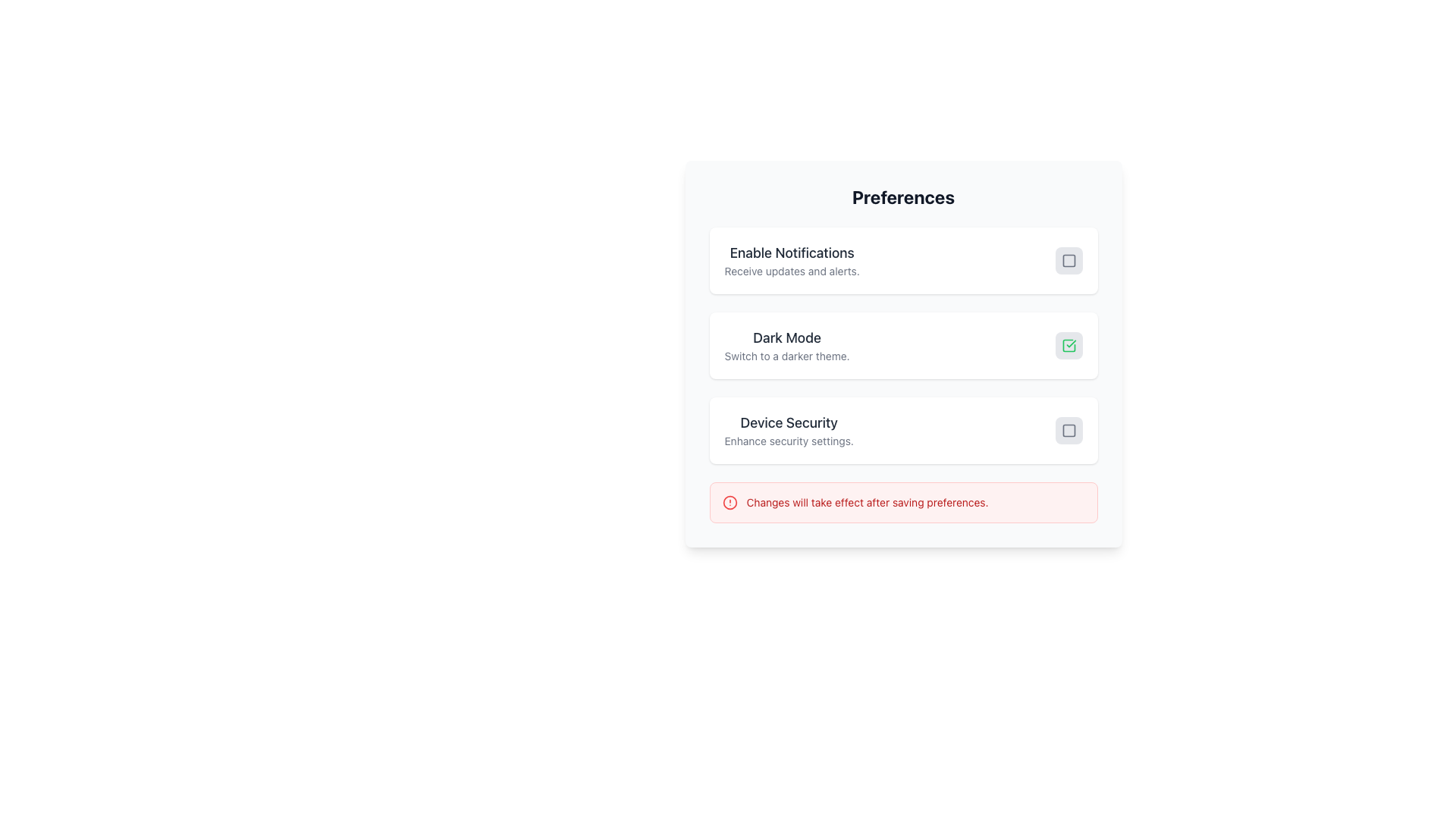 The width and height of the screenshot is (1456, 819). What do you see at coordinates (789, 430) in the screenshot?
I see `descriptive text 'Device Security' and 'Enhance security settings.' from the label positioned in the Preferences section of the settings card` at bounding box center [789, 430].